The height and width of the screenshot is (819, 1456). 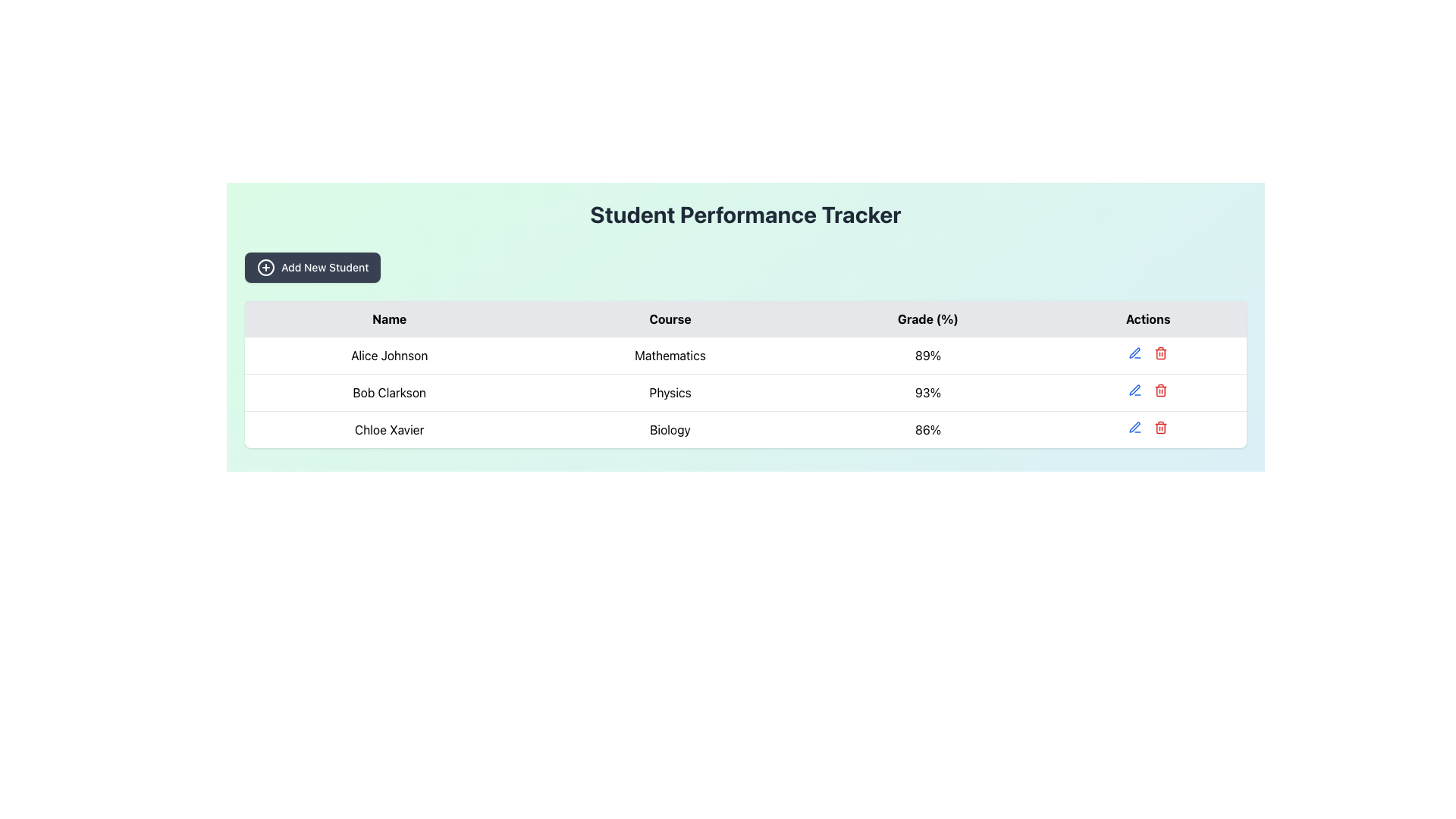 What do you see at coordinates (927, 318) in the screenshot?
I see `the 'Grade (%)' table header, which is the third column header in a four-column table with a light gray background and black bold text` at bounding box center [927, 318].